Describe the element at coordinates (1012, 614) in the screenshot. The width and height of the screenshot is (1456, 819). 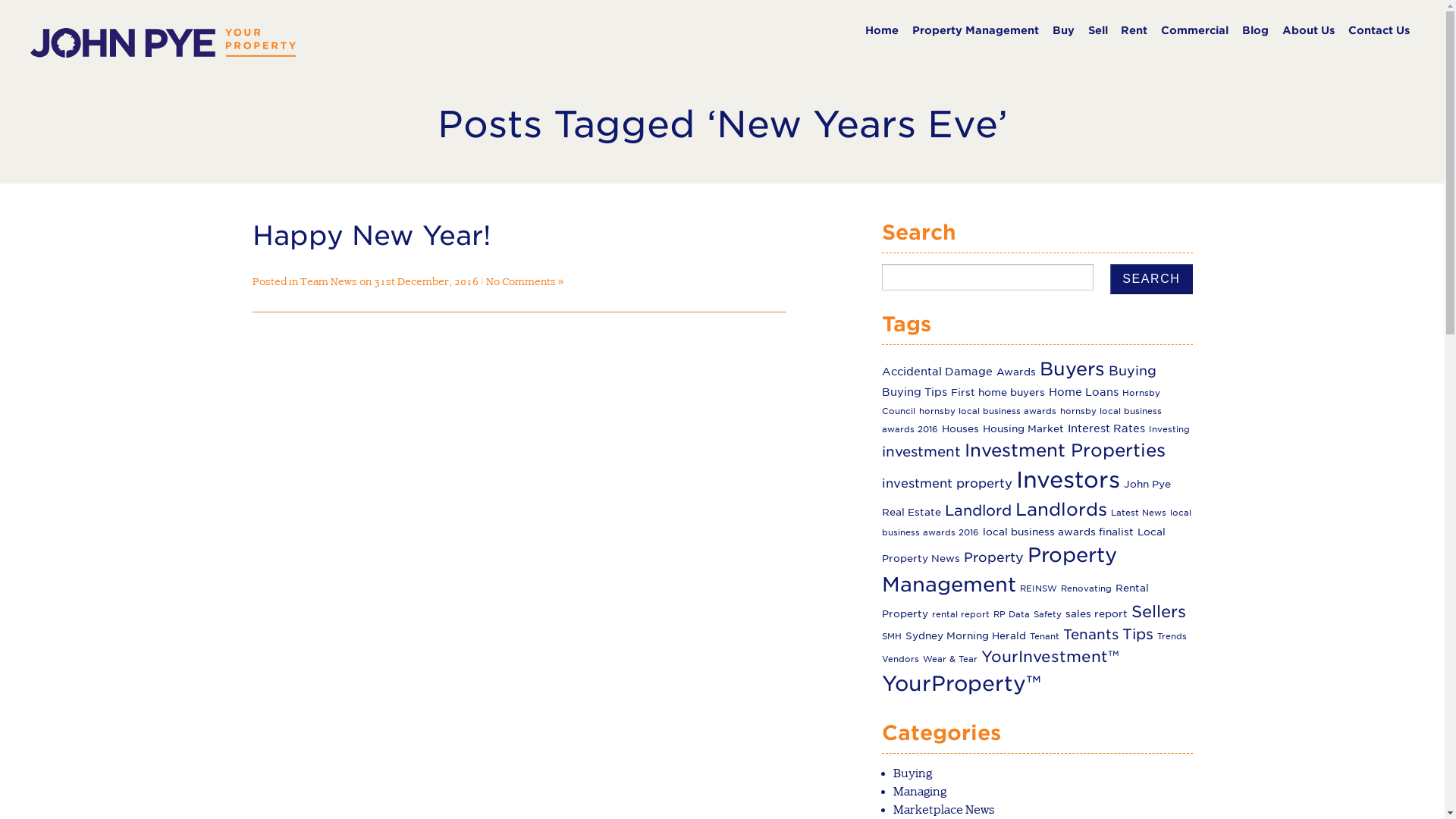
I see `'RP Data'` at that location.